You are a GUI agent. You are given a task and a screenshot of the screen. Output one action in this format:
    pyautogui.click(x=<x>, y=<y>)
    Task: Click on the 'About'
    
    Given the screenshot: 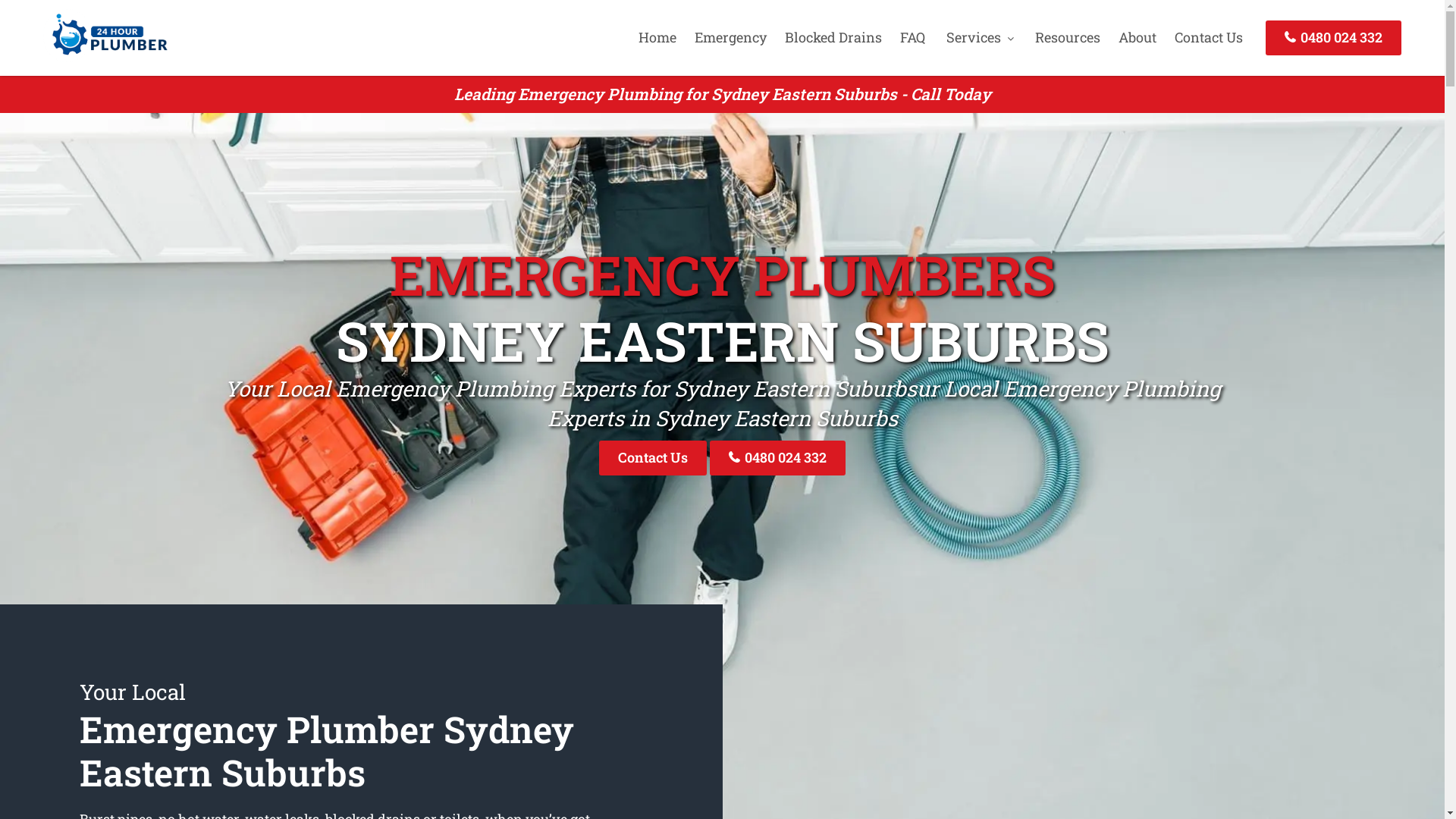 What is the action you would take?
    pyautogui.click(x=1137, y=36)
    